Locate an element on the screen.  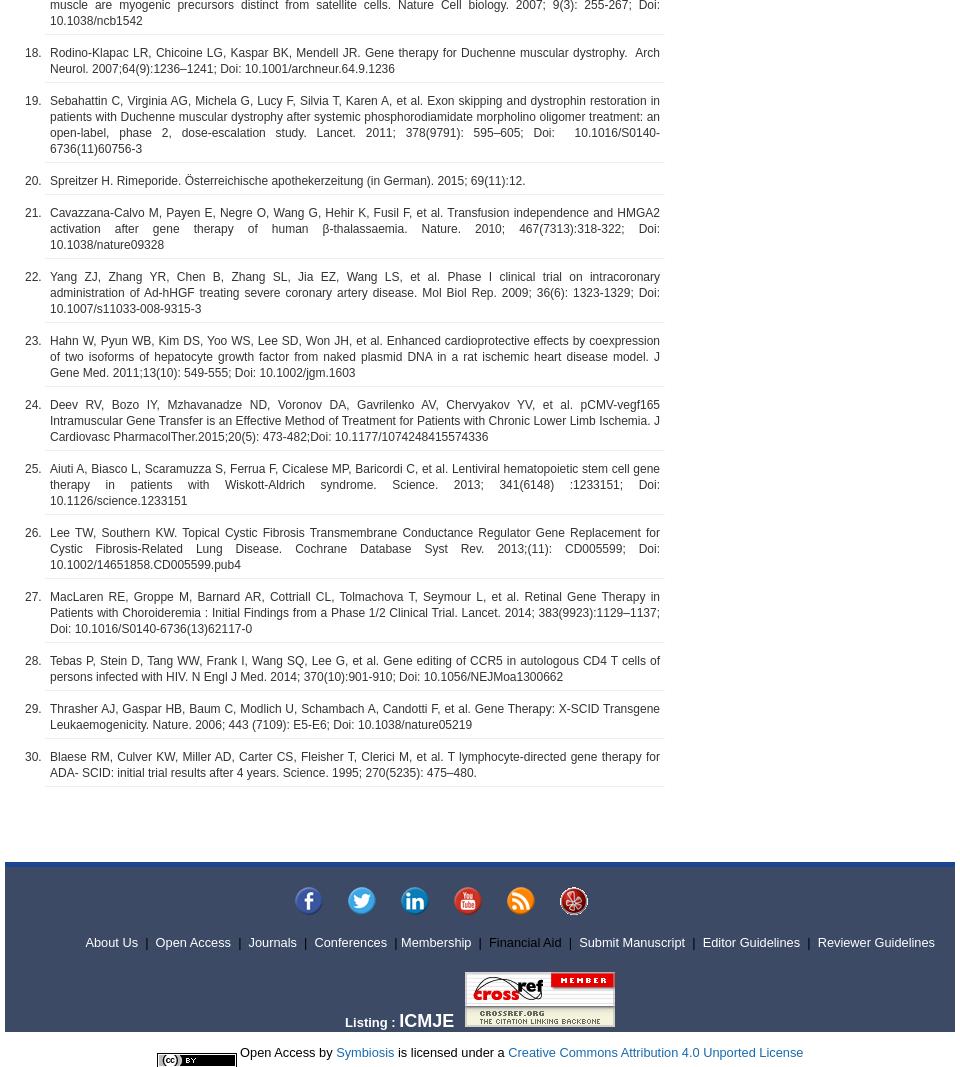
'Membership' is located at coordinates (399, 942).